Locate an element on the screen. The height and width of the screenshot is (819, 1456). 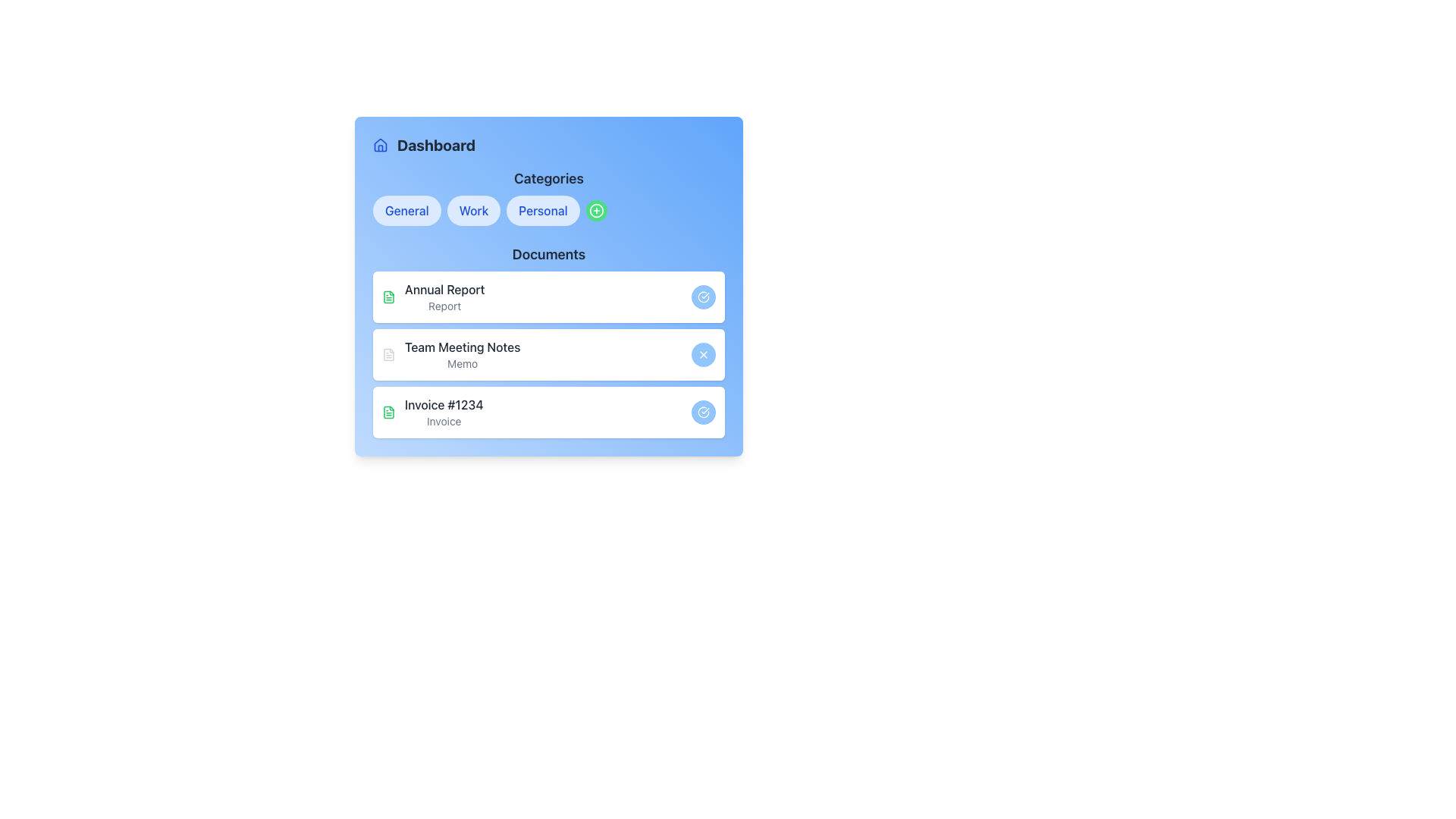
the close button on the document entry titled 'Team Meeting Notes' under the 'Documents' section is located at coordinates (548, 341).